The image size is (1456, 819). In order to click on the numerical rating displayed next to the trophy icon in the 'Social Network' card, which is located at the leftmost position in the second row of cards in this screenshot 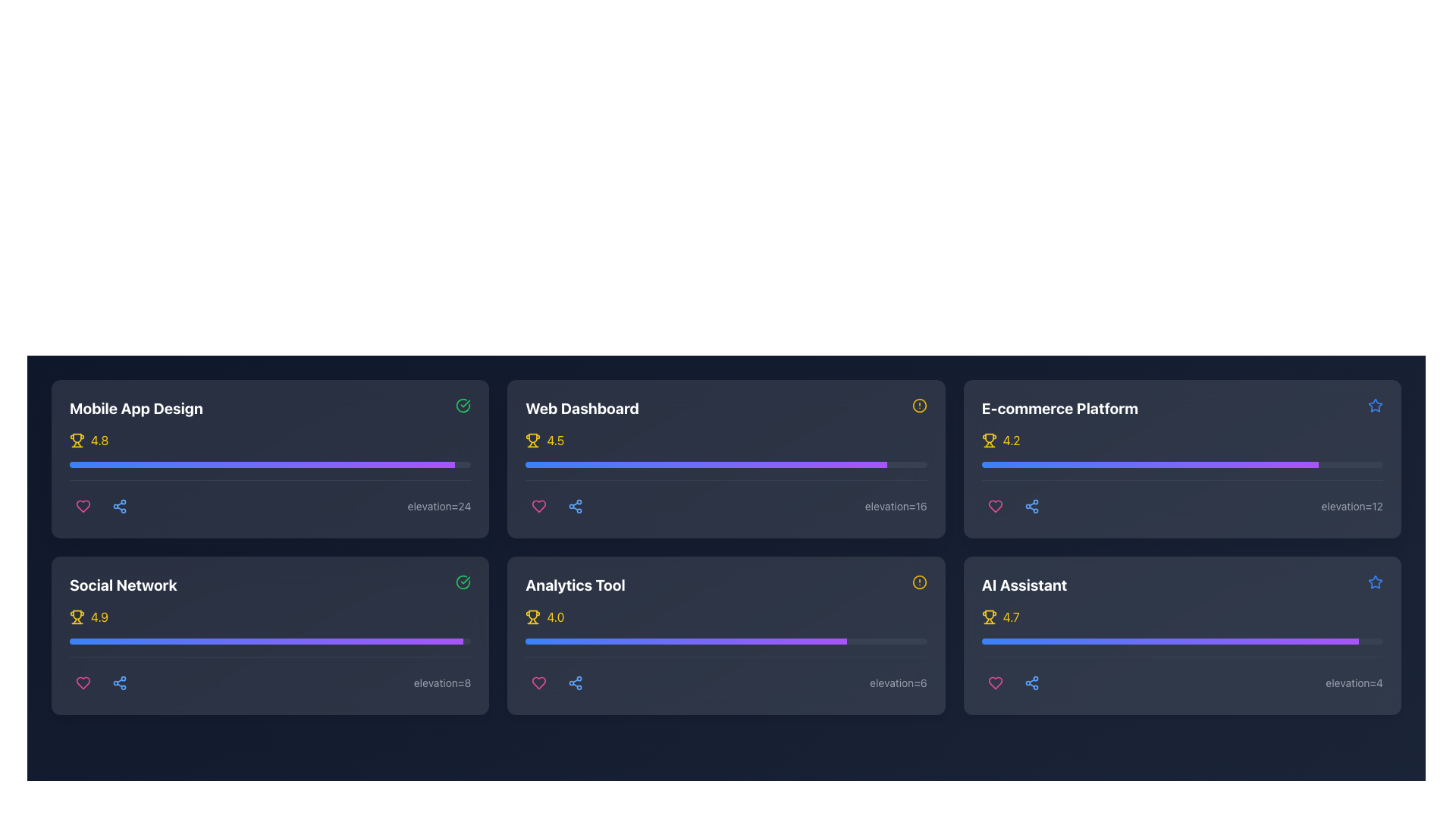, I will do `click(99, 617)`.